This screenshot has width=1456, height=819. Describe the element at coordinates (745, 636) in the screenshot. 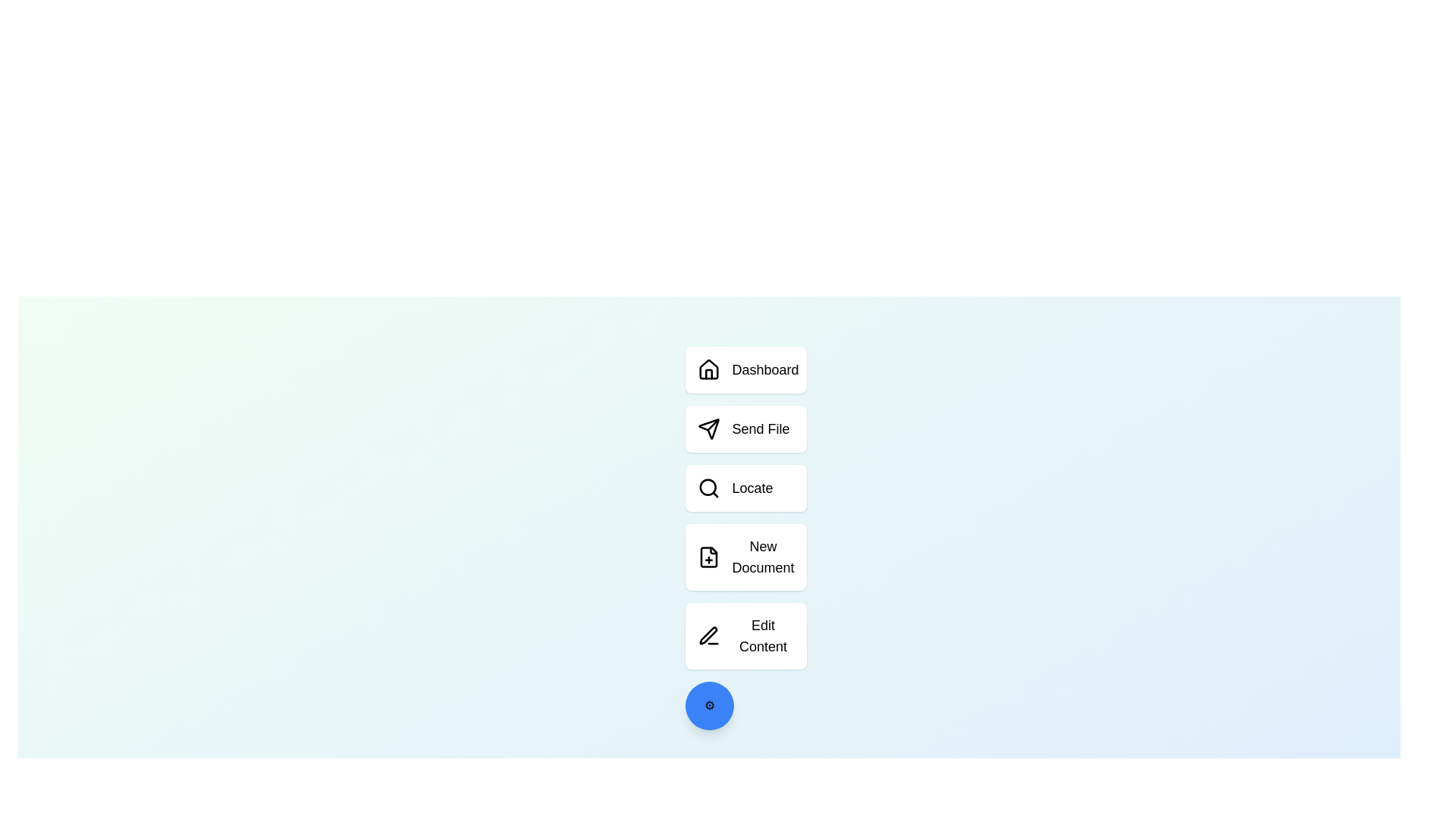

I see `the action Edit Content to see visual feedback` at that location.